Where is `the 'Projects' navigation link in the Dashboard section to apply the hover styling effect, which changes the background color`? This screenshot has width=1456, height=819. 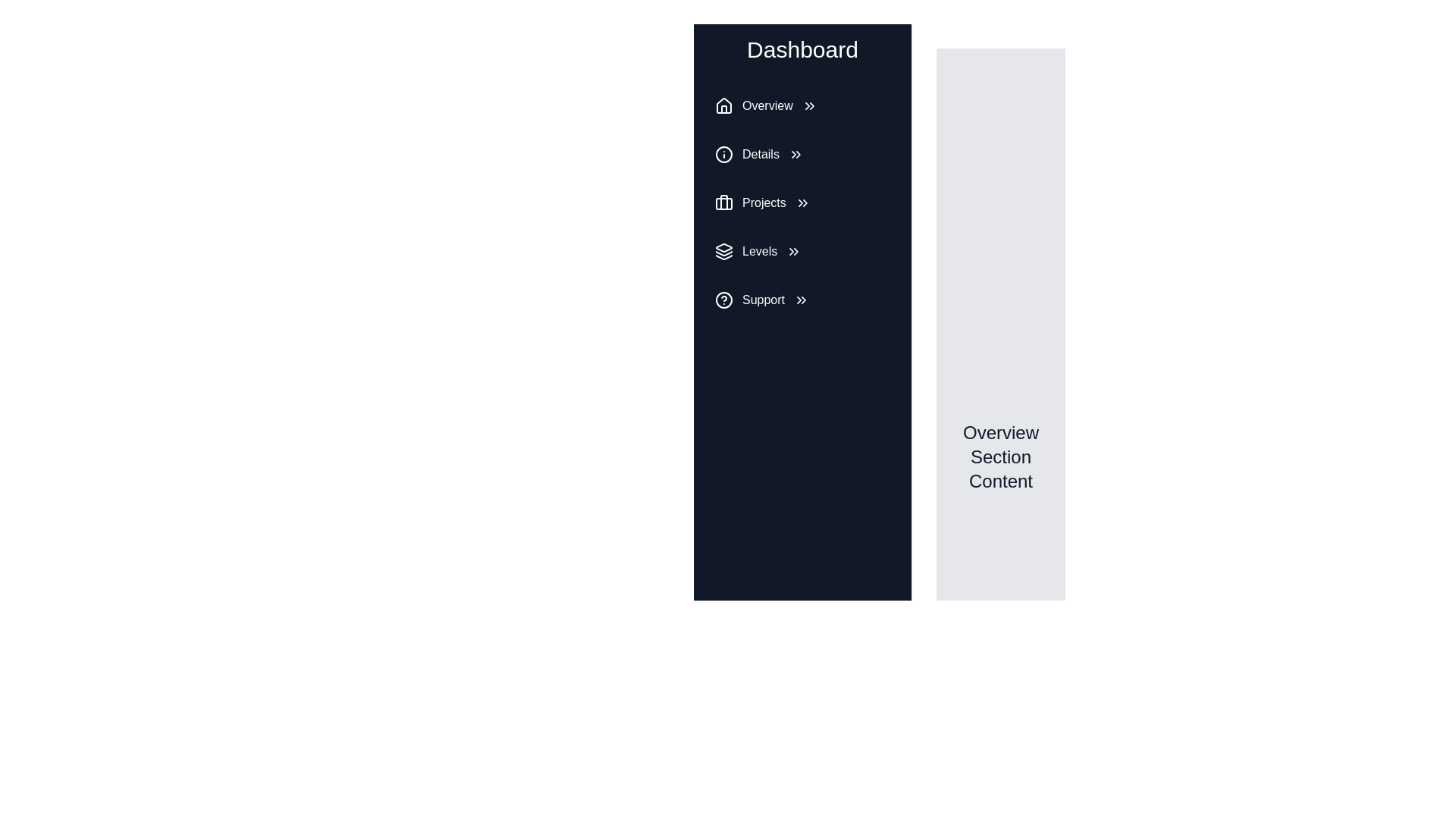
the 'Projects' navigation link in the Dashboard section to apply the hover styling effect, which changes the background color is located at coordinates (802, 202).